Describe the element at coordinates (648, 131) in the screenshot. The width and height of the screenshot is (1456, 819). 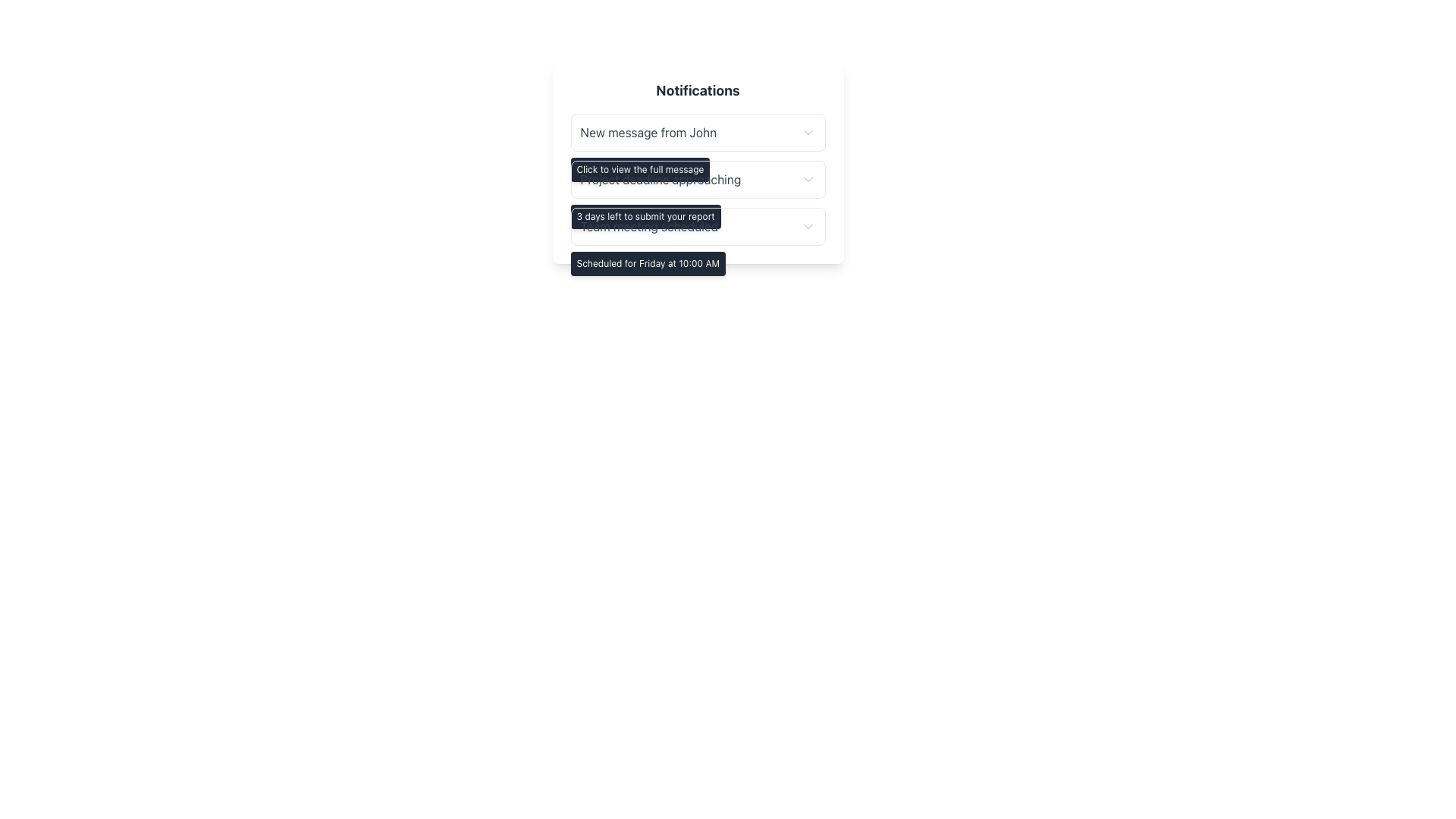
I see `the static text element that serves as the title for the first notification entry in a vertical list` at that location.